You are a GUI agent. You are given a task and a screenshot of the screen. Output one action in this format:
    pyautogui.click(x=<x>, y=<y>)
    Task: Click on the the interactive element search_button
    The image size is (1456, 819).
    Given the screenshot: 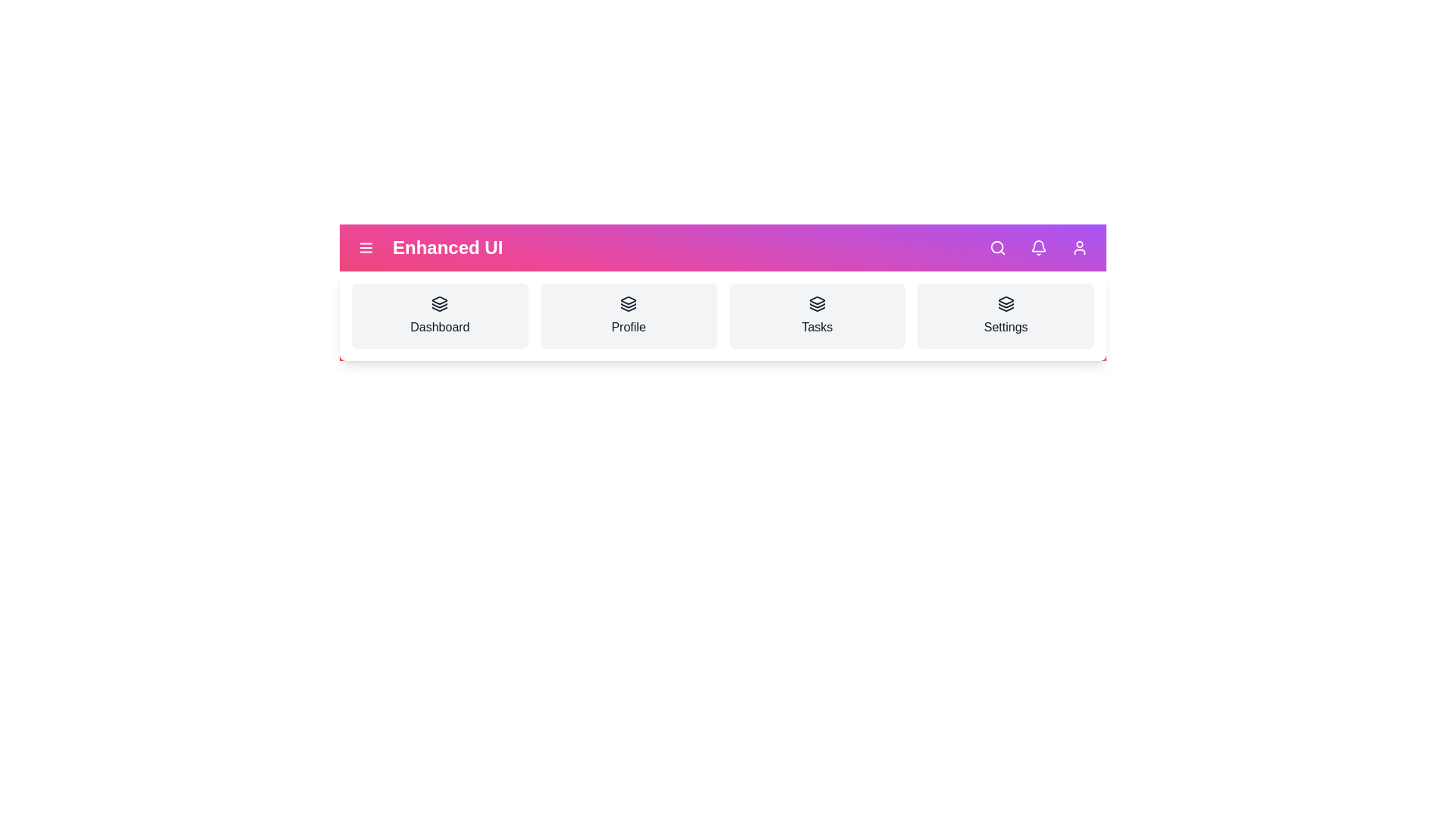 What is the action you would take?
    pyautogui.click(x=997, y=247)
    